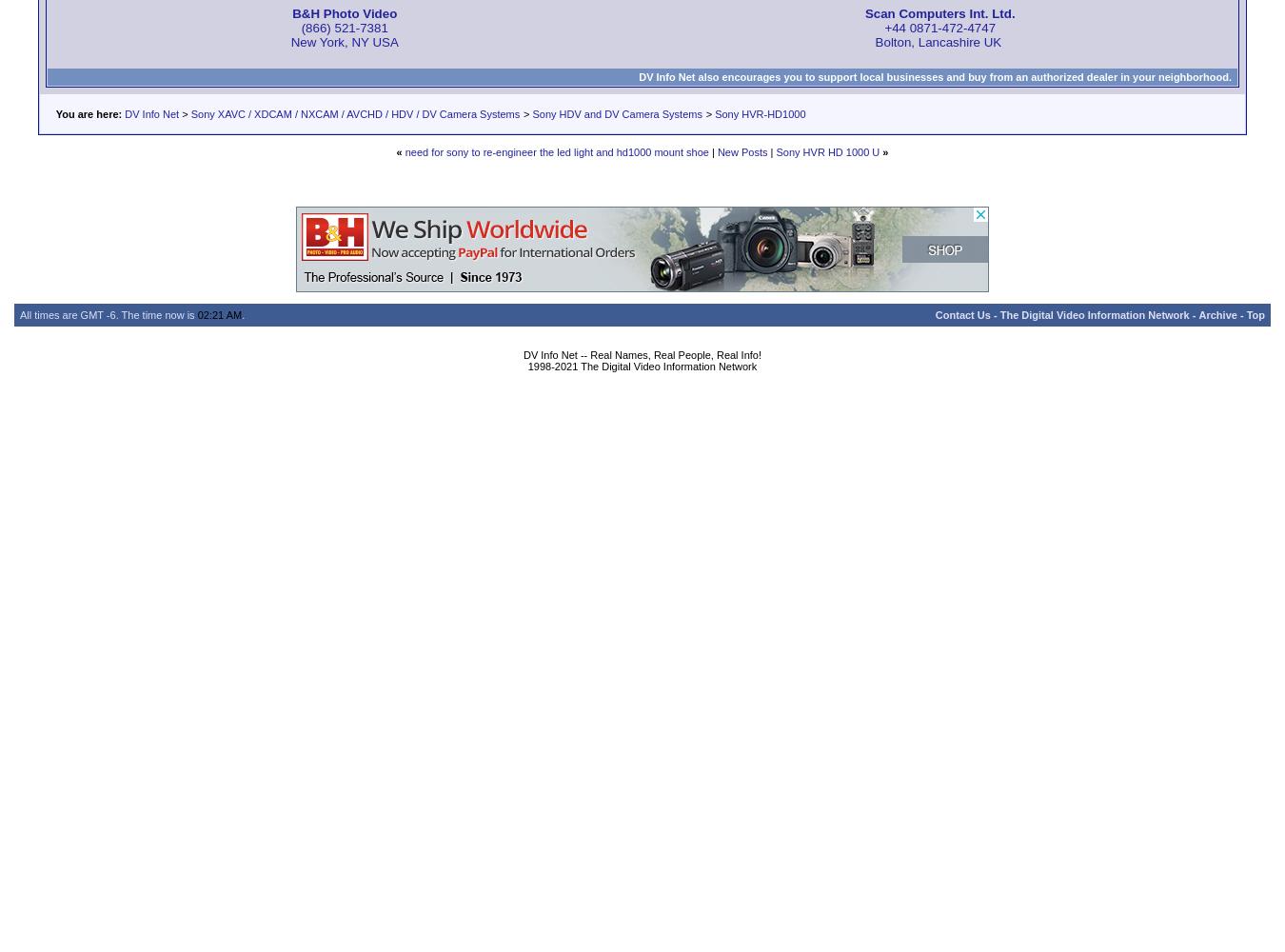 Image resolution: width=1285 pixels, height=952 pixels. Describe the element at coordinates (938, 41) in the screenshot. I see `'Bolton, Lancashire UK'` at that location.